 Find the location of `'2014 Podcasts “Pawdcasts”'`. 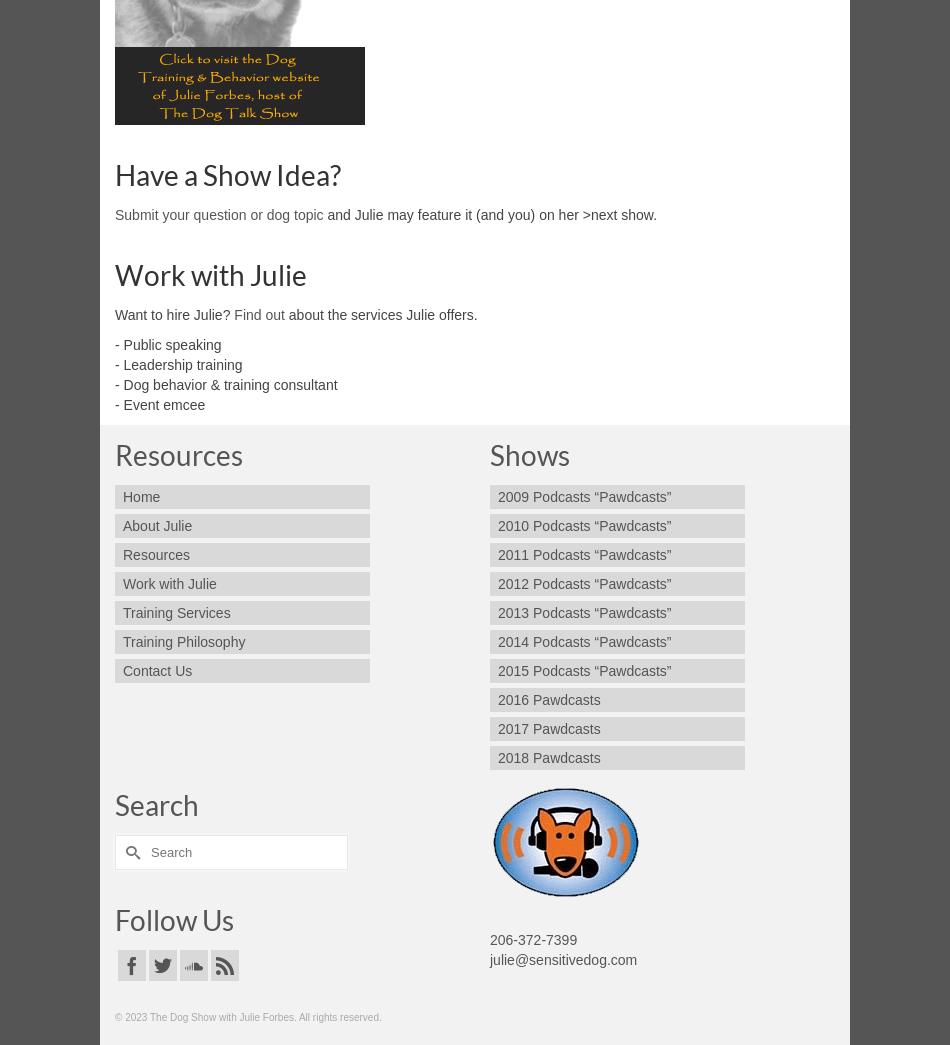

'2014 Podcasts “Pawdcasts”' is located at coordinates (584, 642).